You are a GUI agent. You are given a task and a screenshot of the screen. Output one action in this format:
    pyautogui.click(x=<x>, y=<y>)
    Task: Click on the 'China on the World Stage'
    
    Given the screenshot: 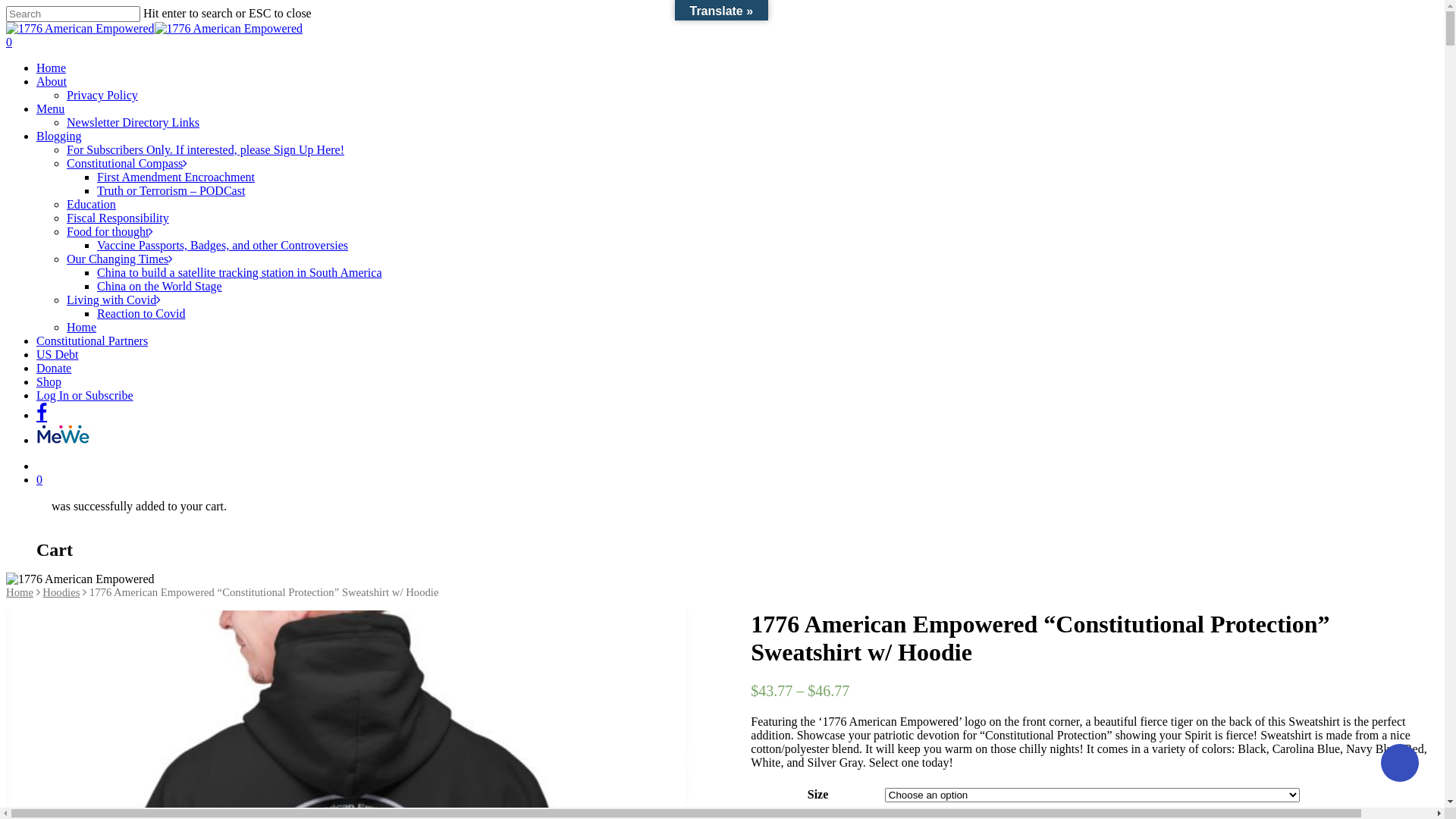 What is the action you would take?
    pyautogui.click(x=159, y=286)
    